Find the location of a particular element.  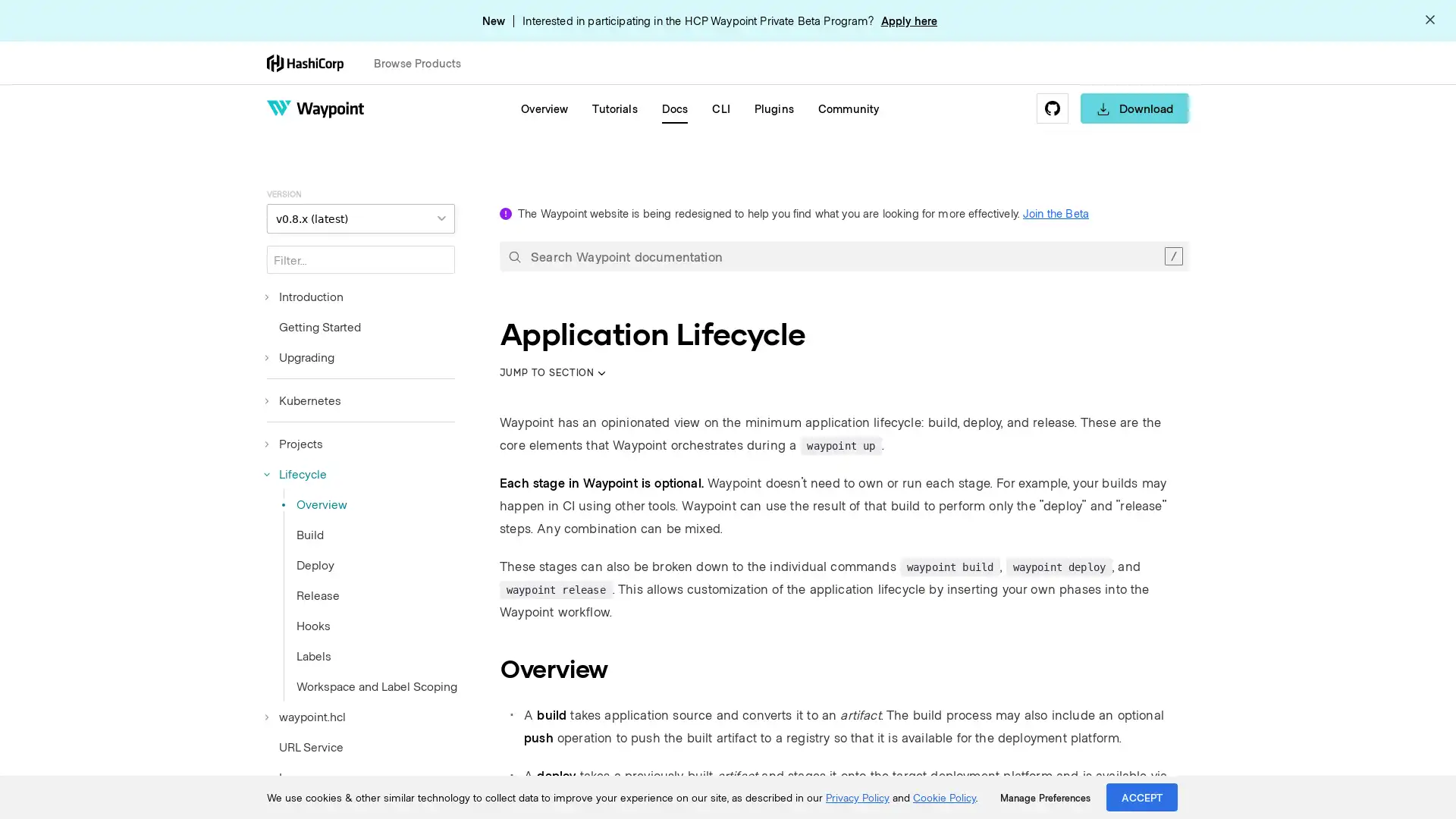

waypoint.hcl is located at coordinates (305, 717).